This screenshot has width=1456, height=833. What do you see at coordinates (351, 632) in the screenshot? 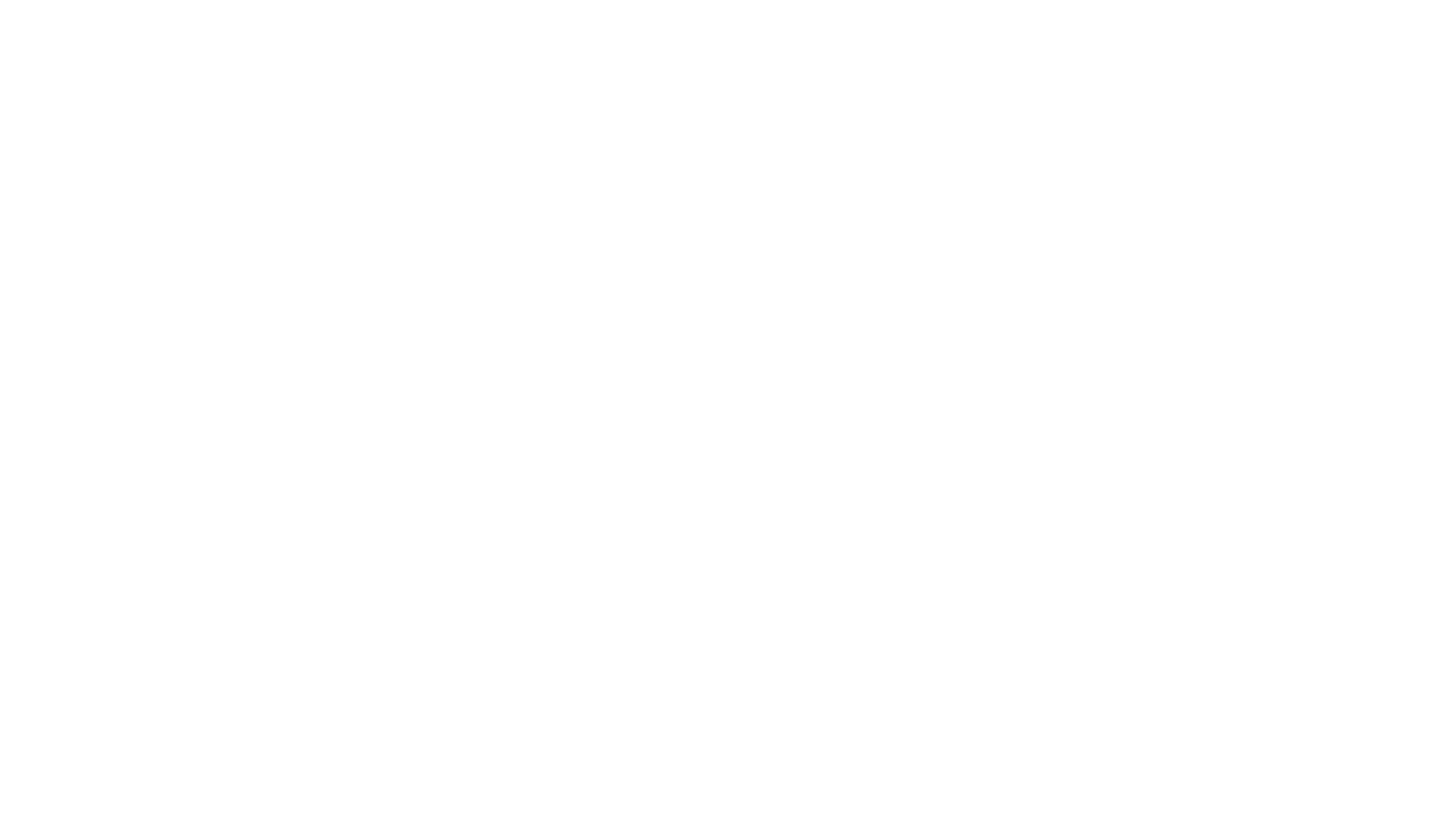
I see `'Leadership Opportunities'` at bounding box center [351, 632].